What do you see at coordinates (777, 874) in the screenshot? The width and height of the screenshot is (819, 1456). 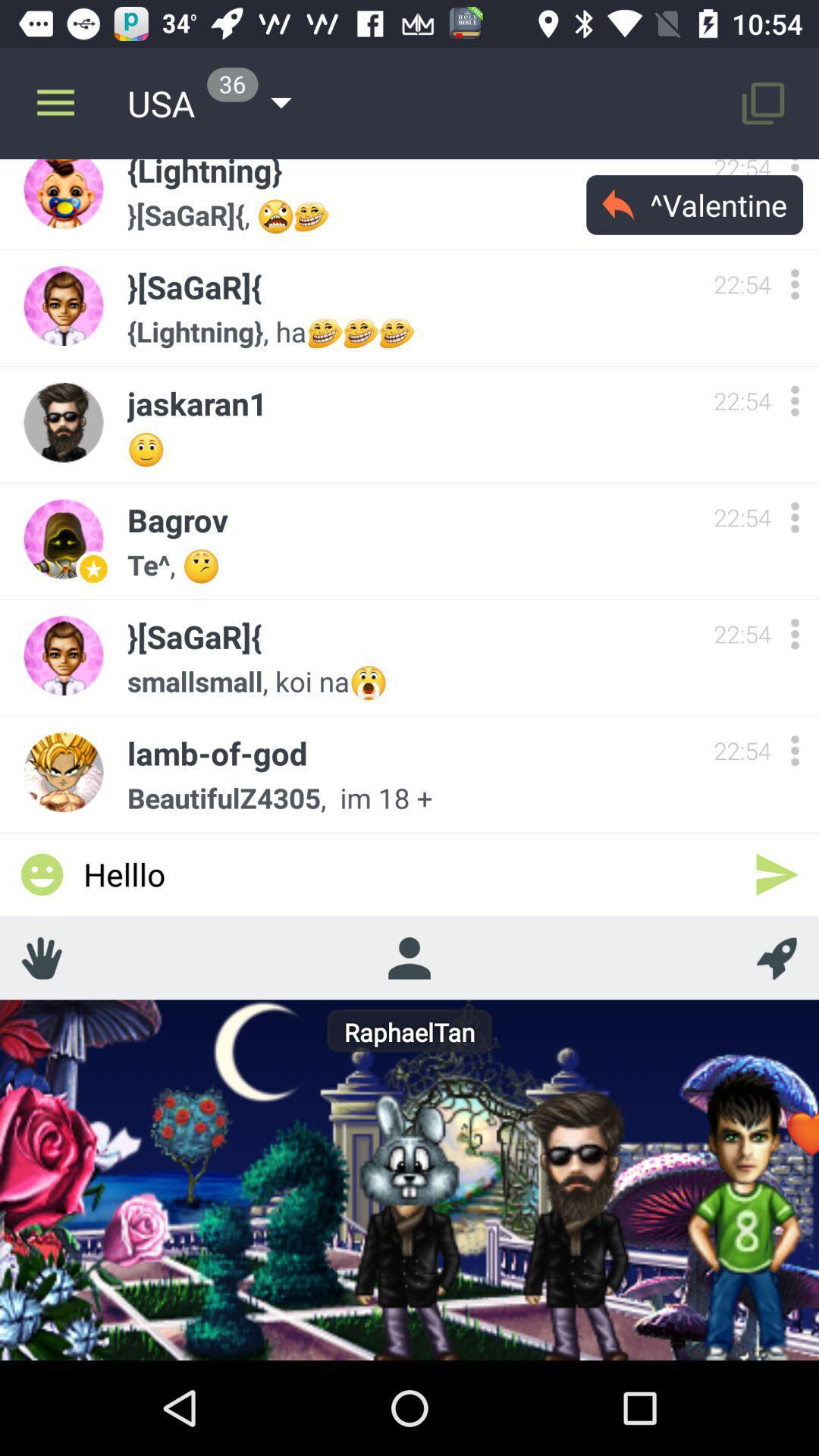 I see `the icon to the right of the helllo icon` at bounding box center [777, 874].